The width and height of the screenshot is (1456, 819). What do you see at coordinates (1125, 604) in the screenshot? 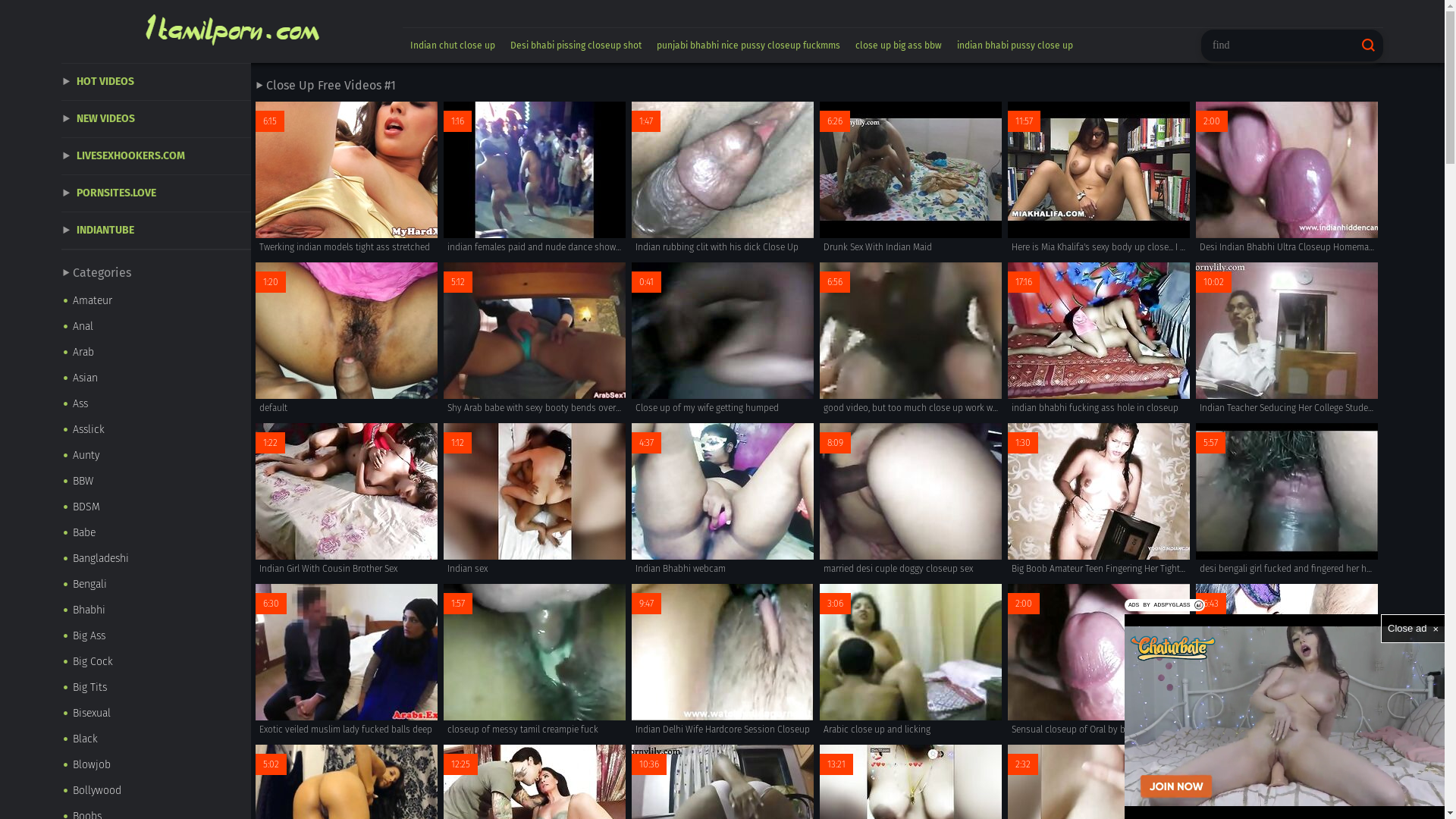
I see `'ADS BY ADSPYGLASS'` at bounding box center [1125, 604].